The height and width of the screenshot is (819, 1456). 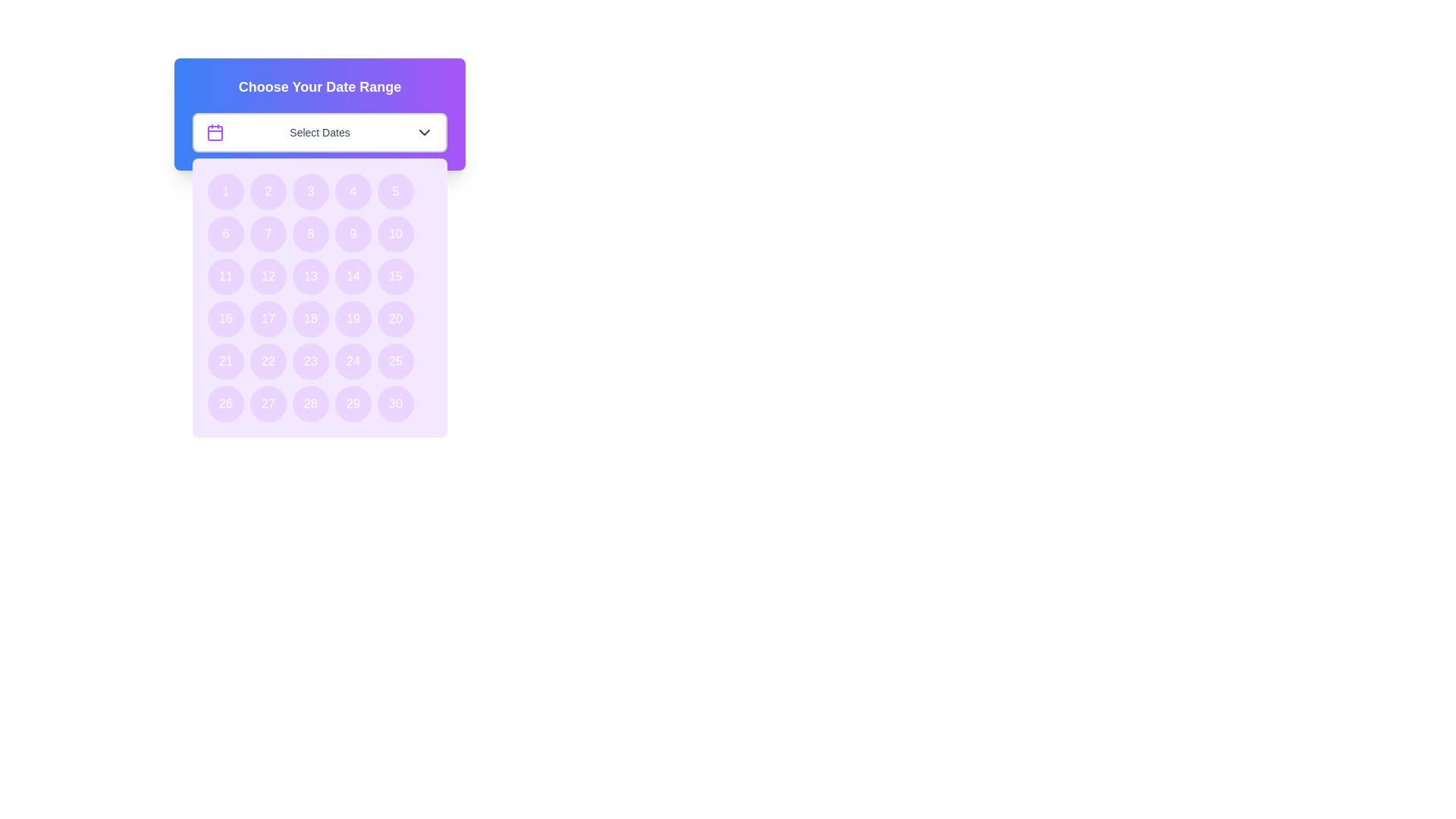 I want to click on the circular button with a light purple background and the number '20' centered in white, so click(x=396, y=318).